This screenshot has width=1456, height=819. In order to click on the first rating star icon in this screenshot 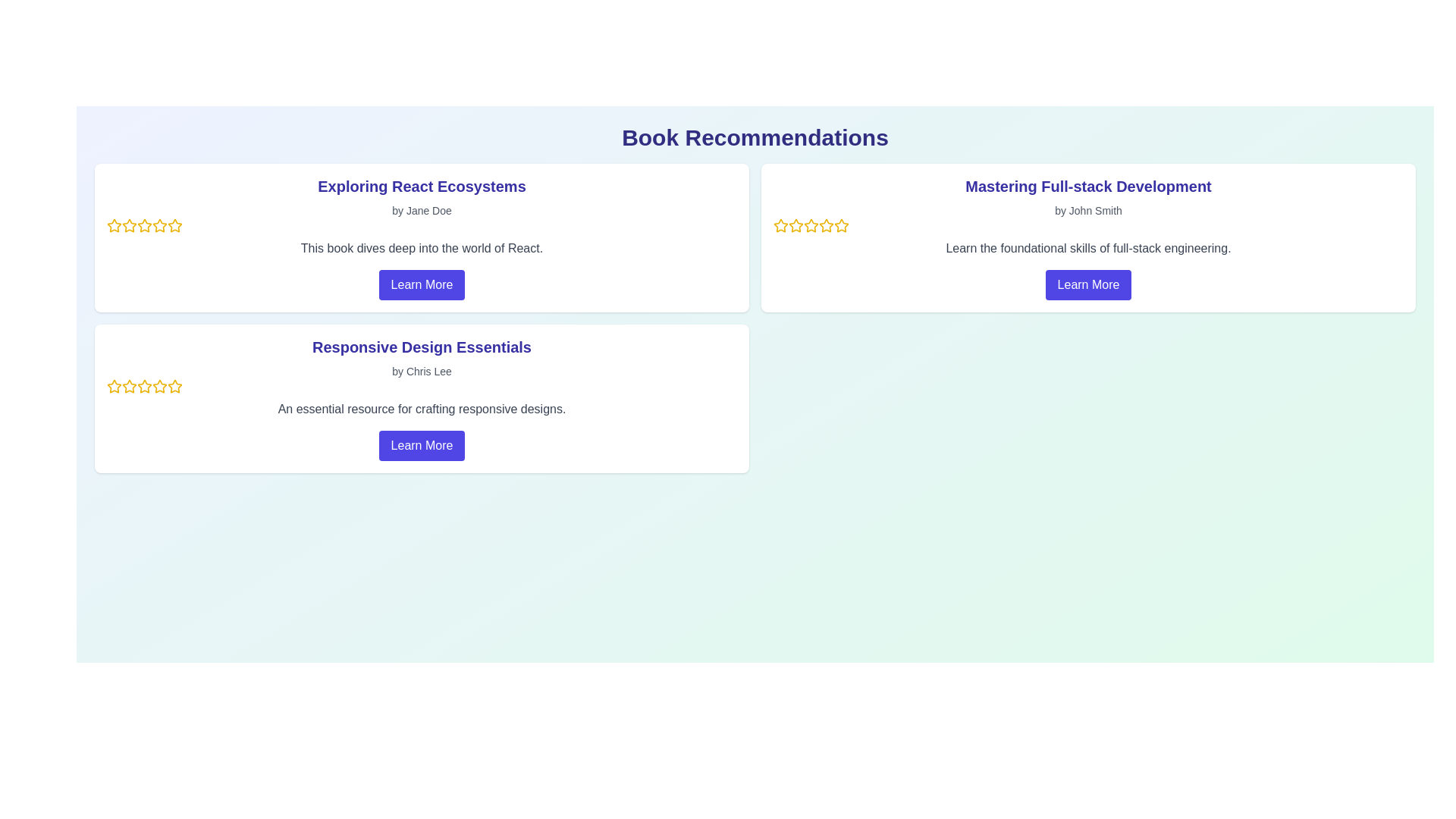, I will do `click(781, 225)`.